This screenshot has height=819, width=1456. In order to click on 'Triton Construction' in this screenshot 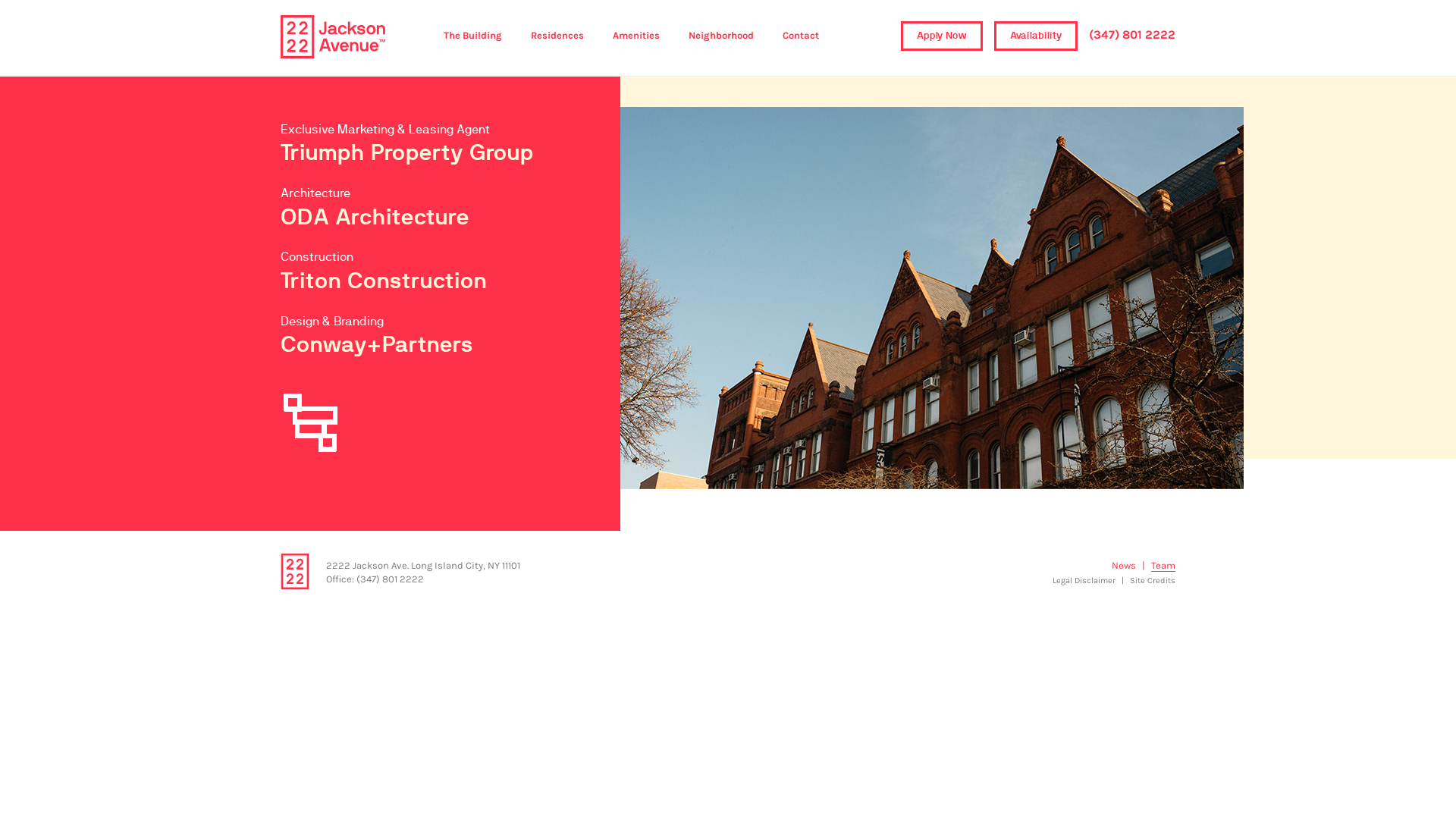, I will do `click(383, 281)`.